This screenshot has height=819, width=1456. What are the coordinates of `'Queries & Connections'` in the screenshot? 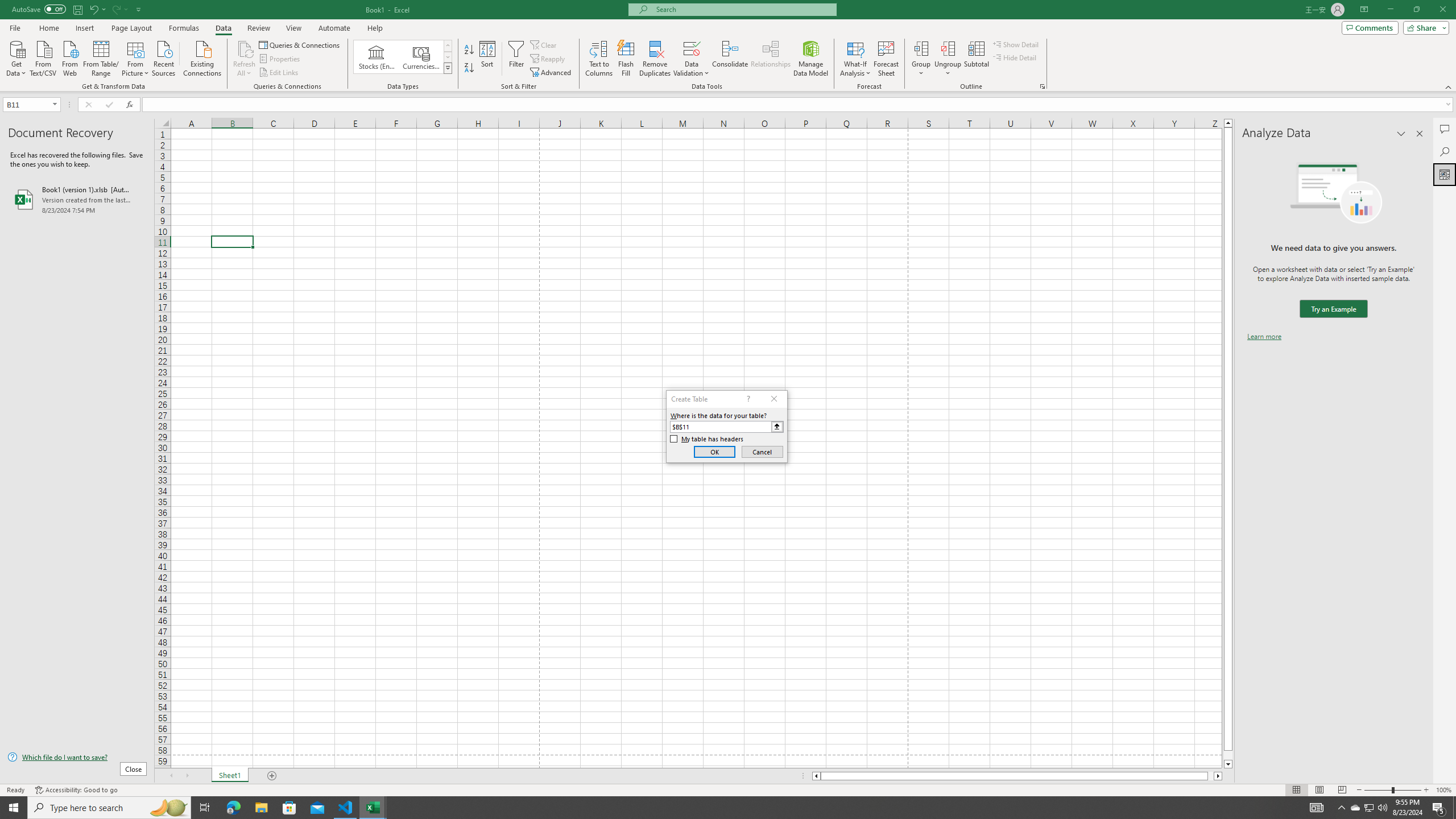 It's located at (300, 44).